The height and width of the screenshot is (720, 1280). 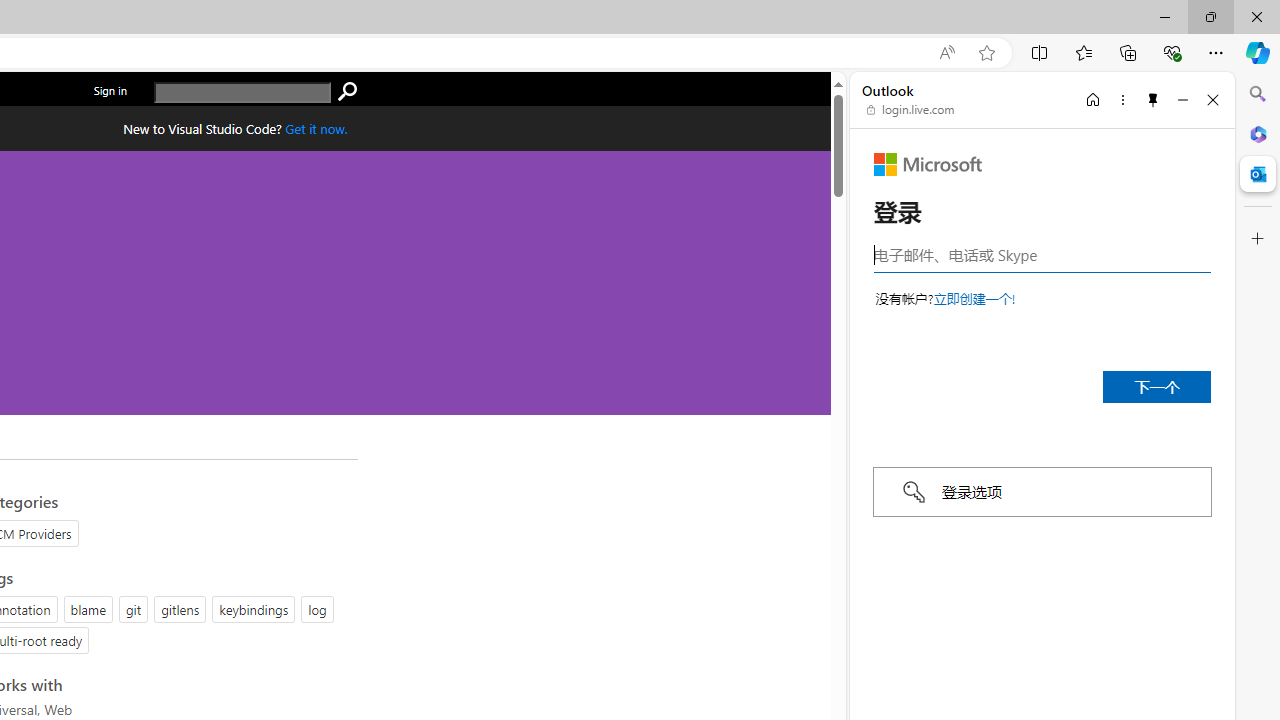 What do you see at coordinates (927, 163) in the screenshot?
I see `'Microsoft'` at bounding box center [927, 163].